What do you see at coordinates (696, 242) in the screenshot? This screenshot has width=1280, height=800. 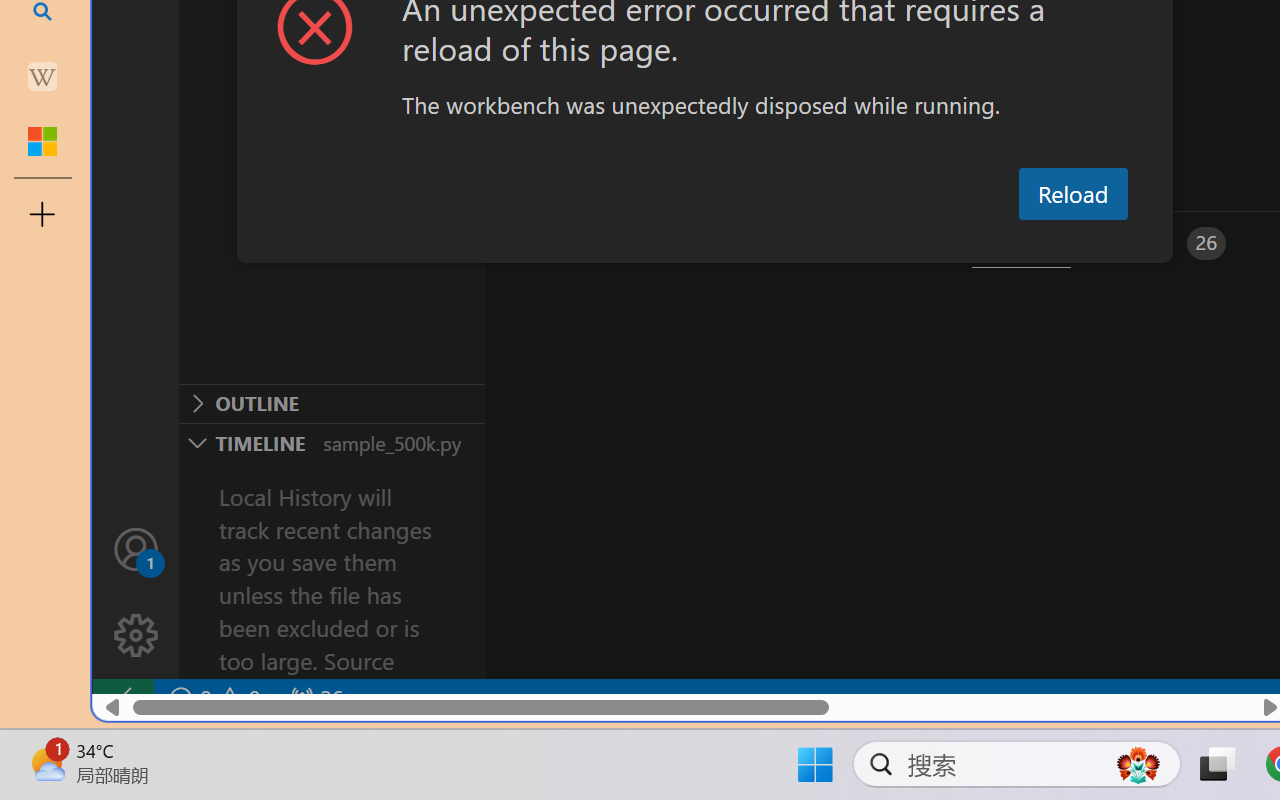 I see `'Output (Ctrl+Shift+U)'` at bounding box center [696, 242].